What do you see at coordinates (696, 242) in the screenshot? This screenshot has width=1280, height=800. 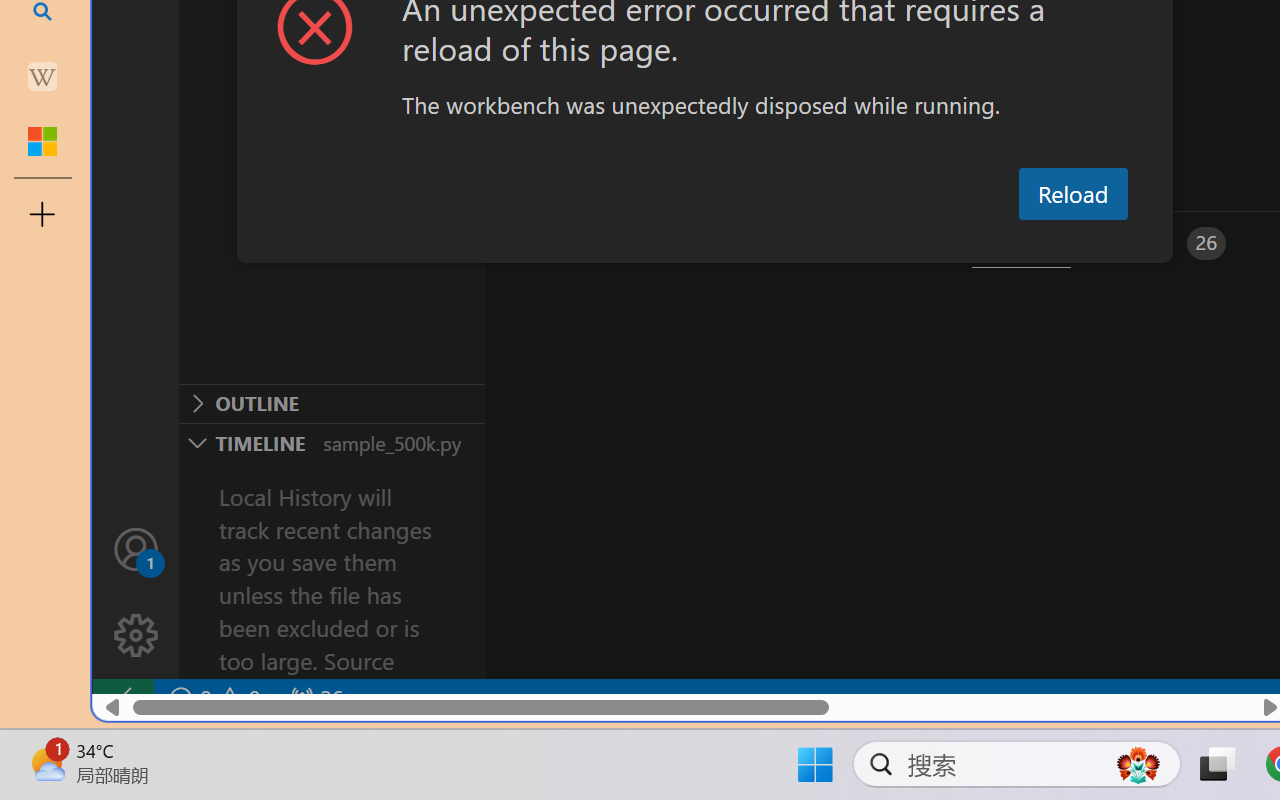 I see `'Output (Ctrl+Shift+U)'` at bounding box center [696, 242].